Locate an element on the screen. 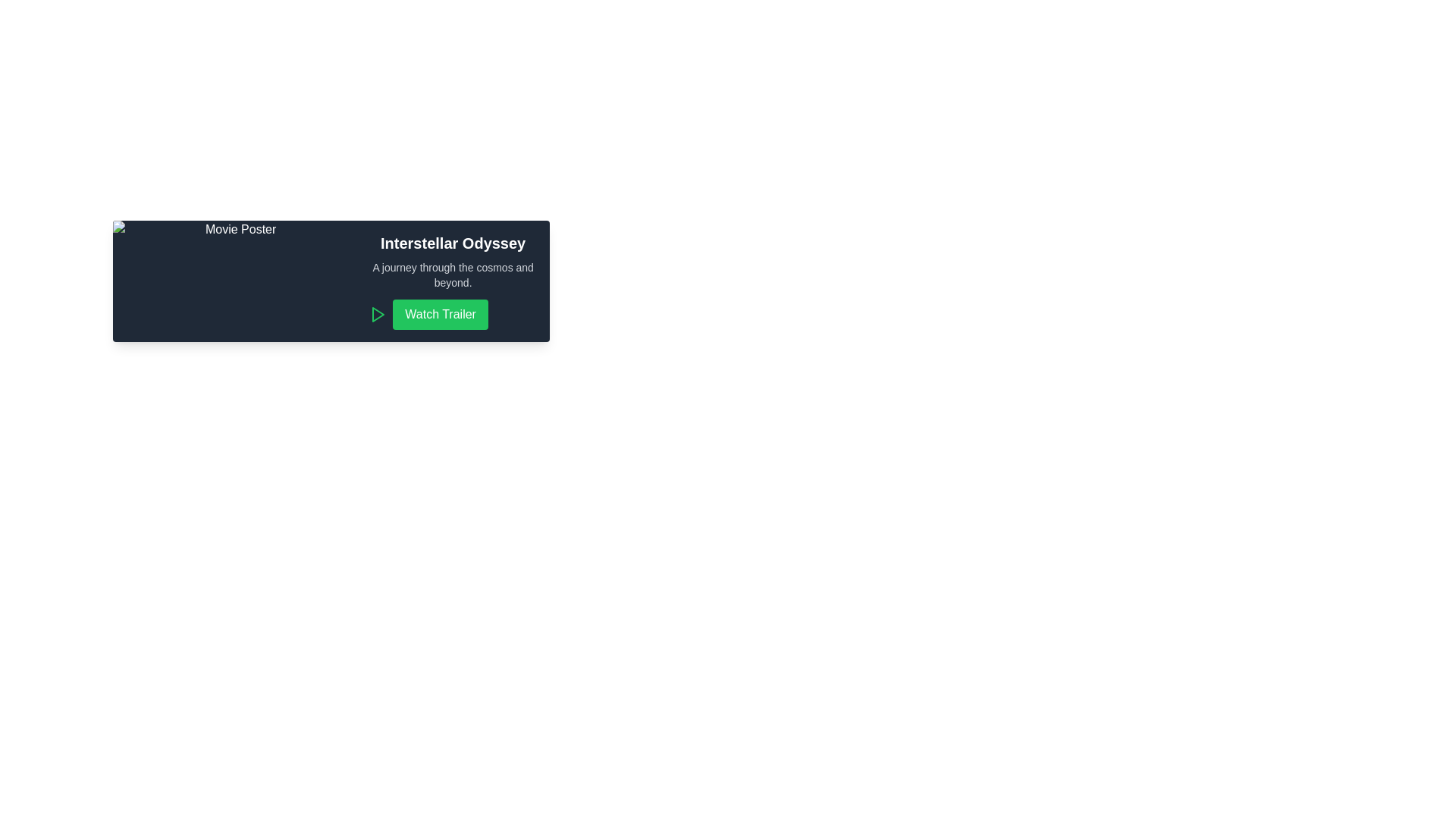 This screenshot has width=1456, height=819. the 'Watch Trailer' button in the informational block for the movie or show is located at coordinates (452, 281).